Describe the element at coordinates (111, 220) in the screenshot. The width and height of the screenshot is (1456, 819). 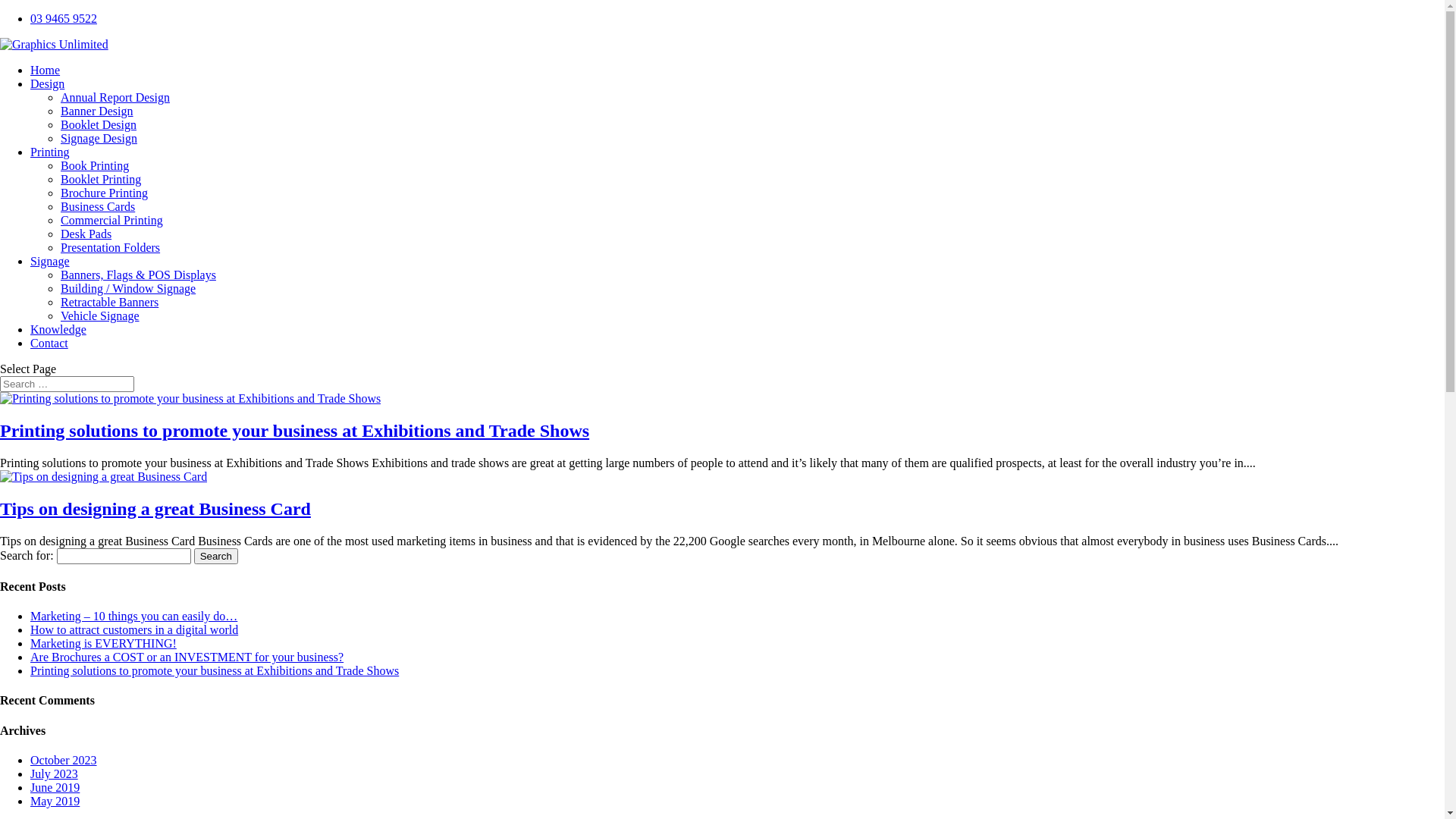
I see `'Commercial Printing'` at that location.